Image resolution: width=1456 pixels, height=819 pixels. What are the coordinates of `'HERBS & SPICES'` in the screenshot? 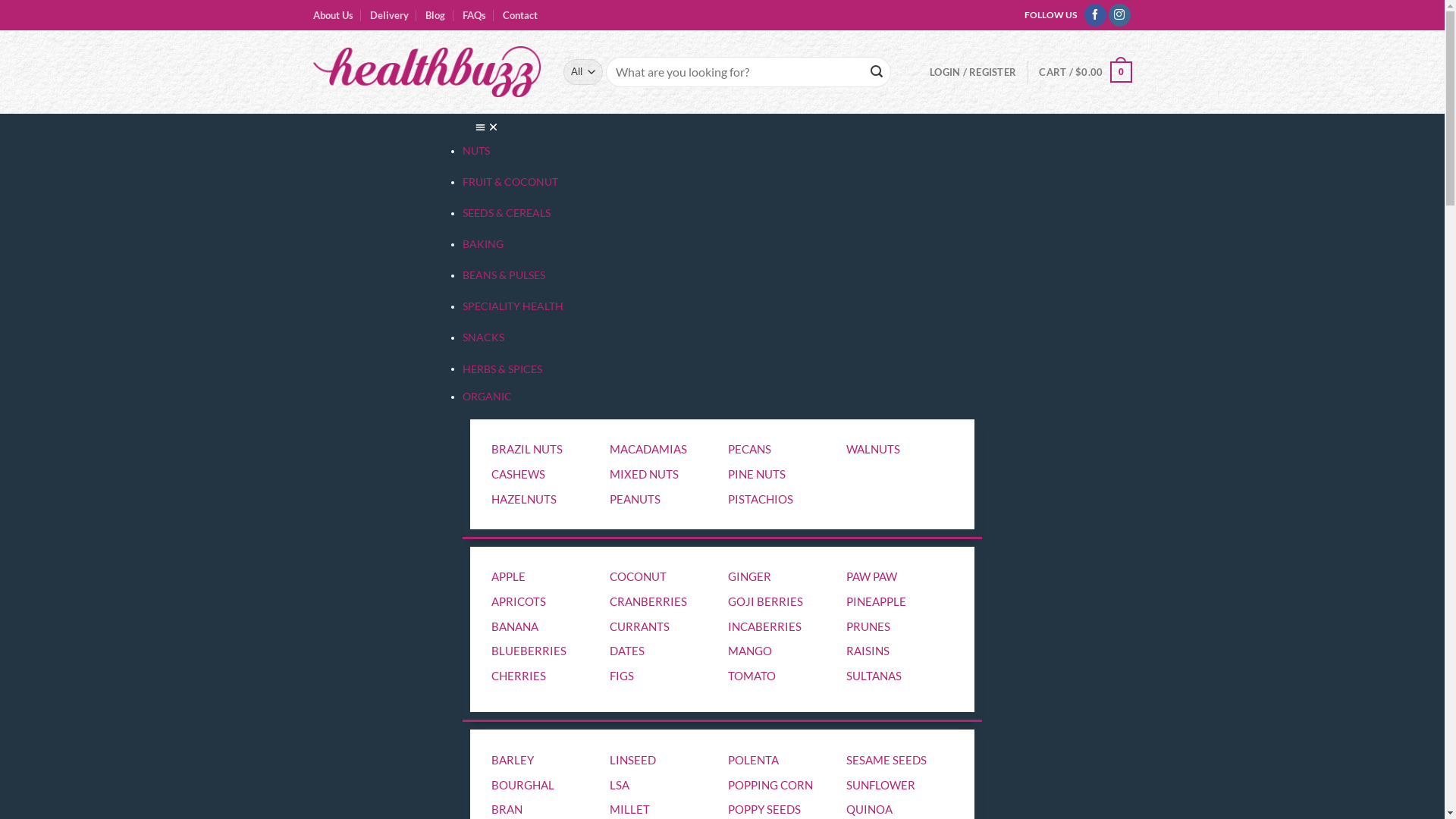 It's located at (503, 369).